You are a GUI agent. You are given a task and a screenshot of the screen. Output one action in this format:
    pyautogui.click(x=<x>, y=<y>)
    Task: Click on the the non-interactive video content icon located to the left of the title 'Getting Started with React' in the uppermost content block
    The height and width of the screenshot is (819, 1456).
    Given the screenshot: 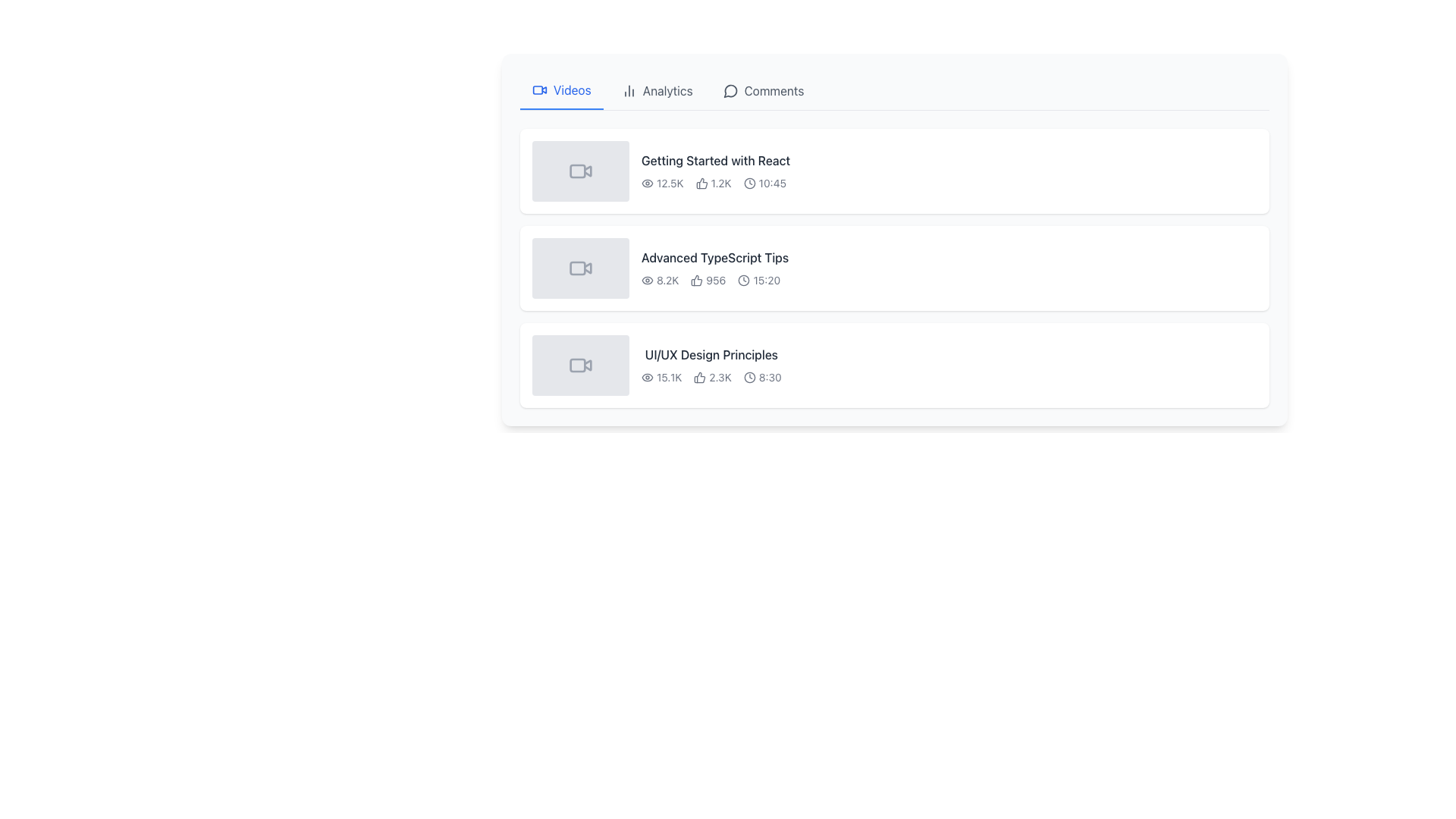 What is the action you would take?
    pyautogui.click(x=580, y=171)
    